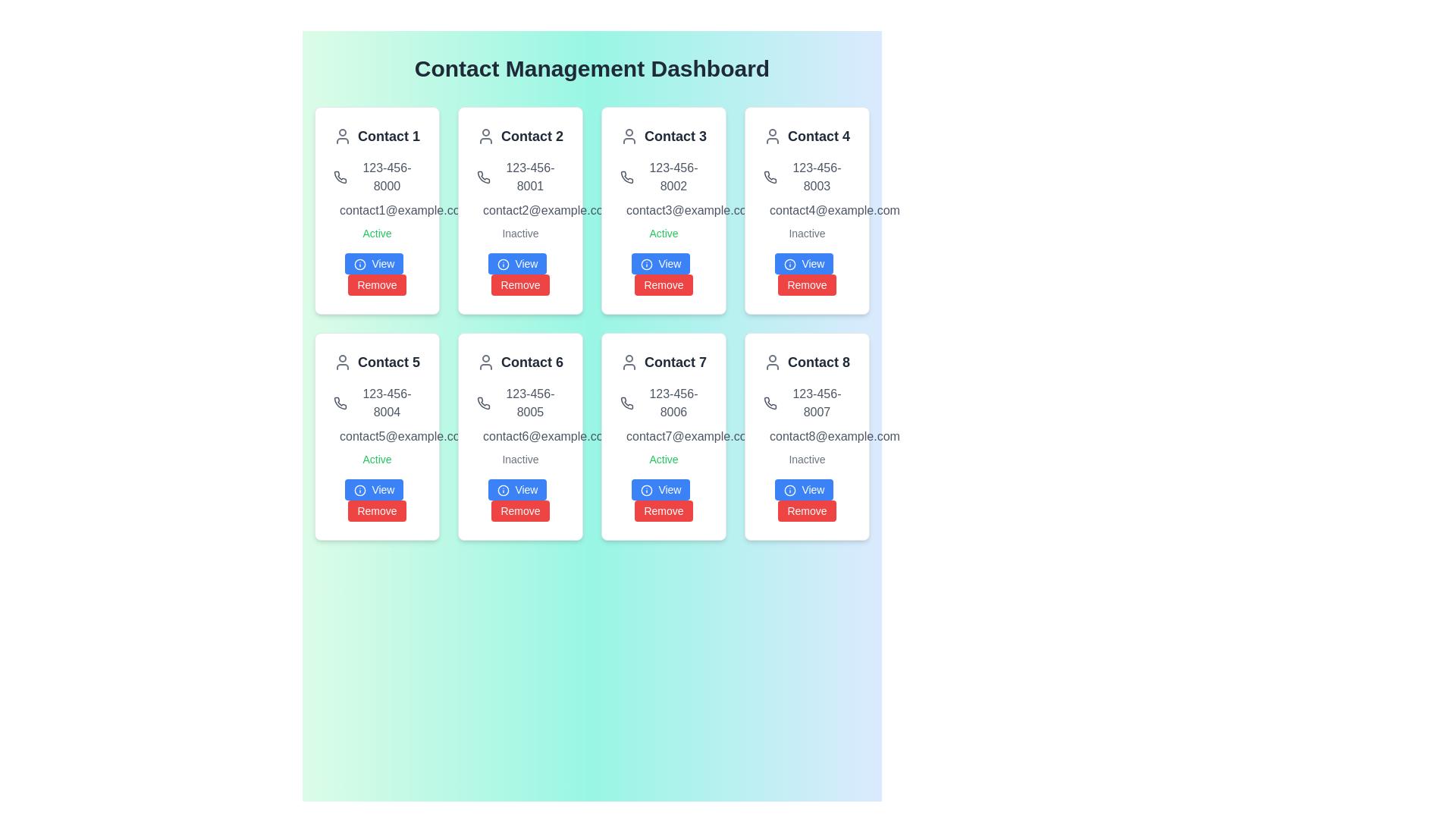 The height and width of the screenshot is (819, 1456). Describe the element at coordinates (806, 284) in the screenshot. I see `the button for removing 'Contact 4', located in the bottom section of the card, to change its appearance` at that location.